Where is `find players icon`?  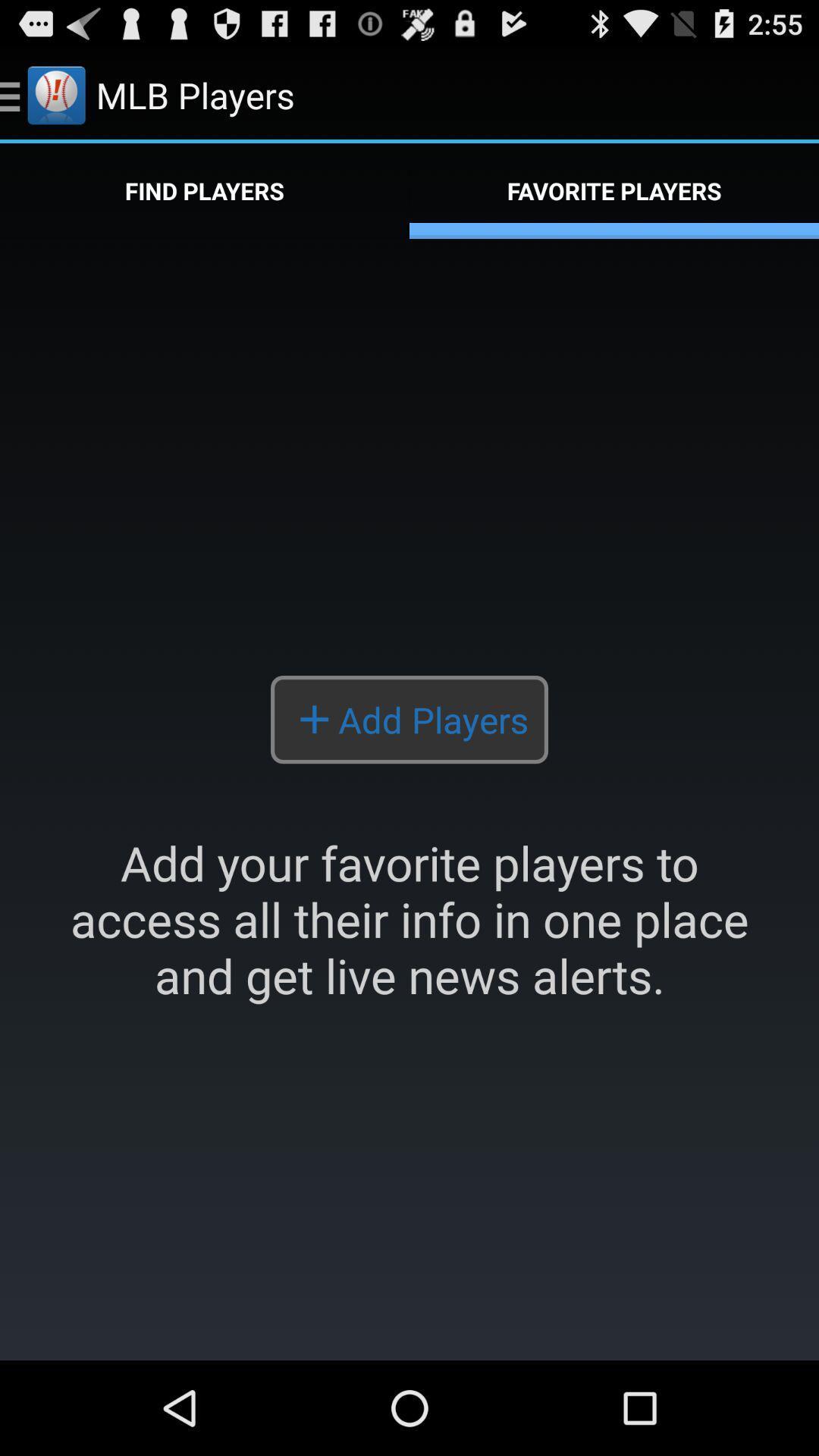
find players icon is located at coordinates (205, 190).